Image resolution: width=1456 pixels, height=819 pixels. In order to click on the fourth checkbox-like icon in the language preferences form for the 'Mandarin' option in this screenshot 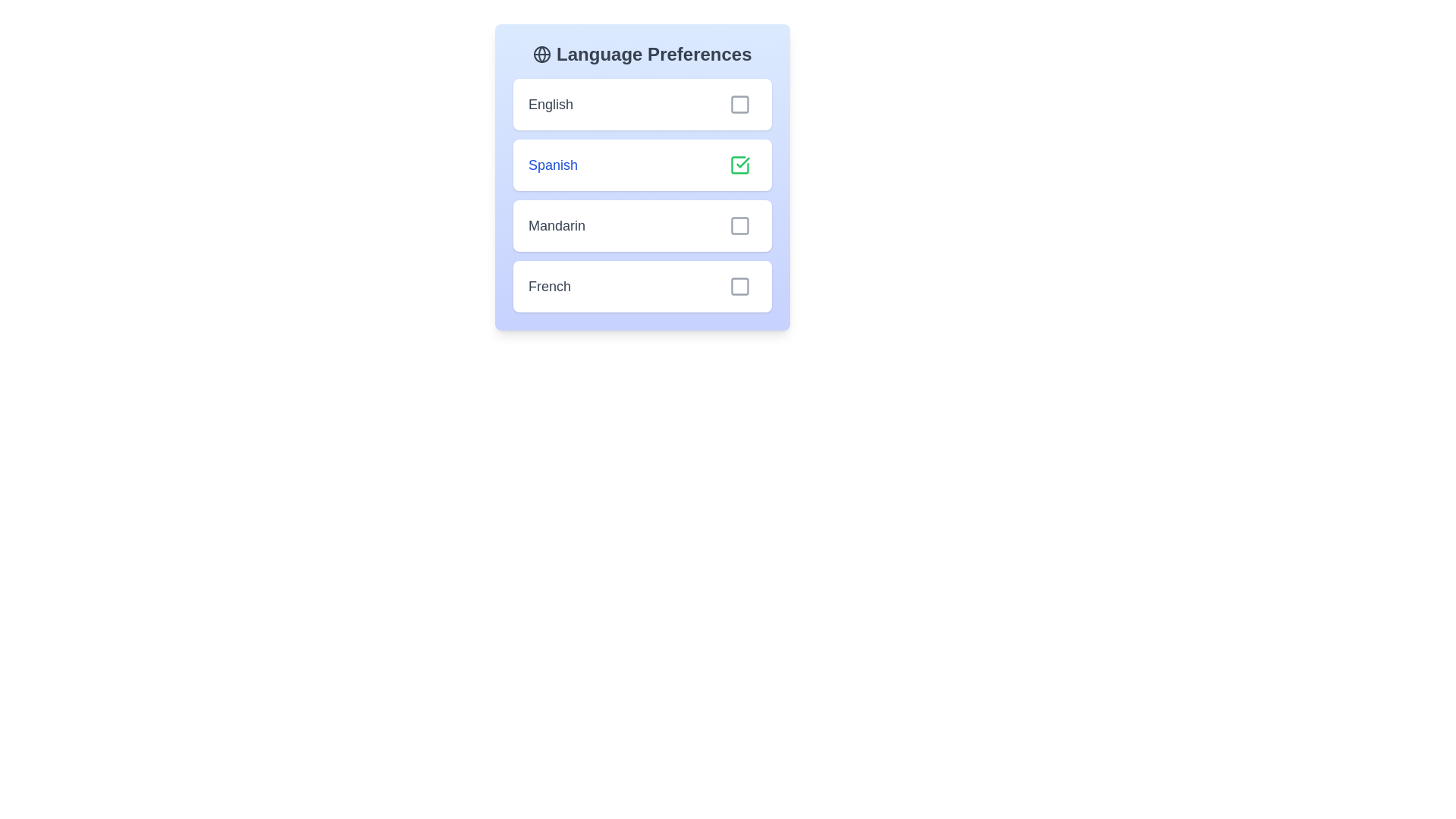, I will do `click(739, 225)`.